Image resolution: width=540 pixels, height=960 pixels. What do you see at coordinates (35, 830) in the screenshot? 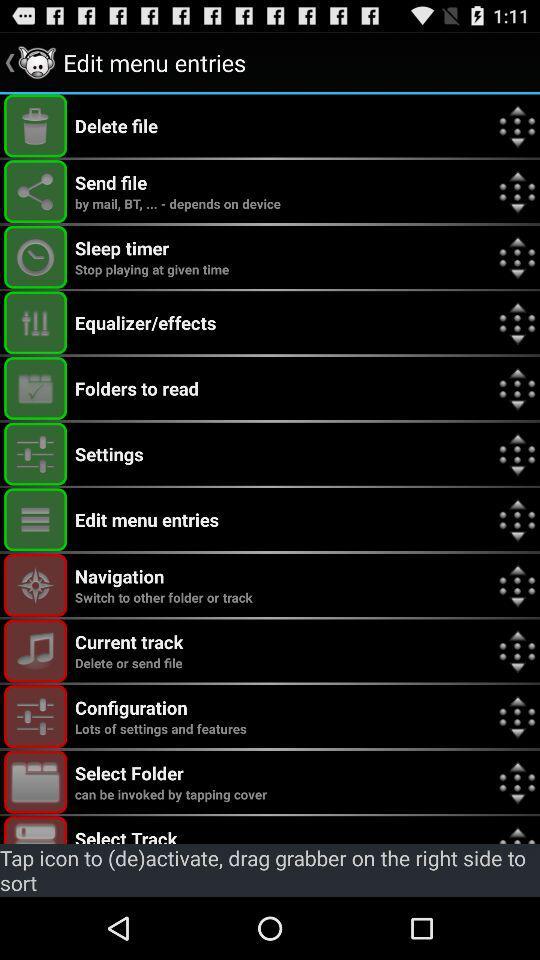
I see `track` at bounding box center [35, 830].